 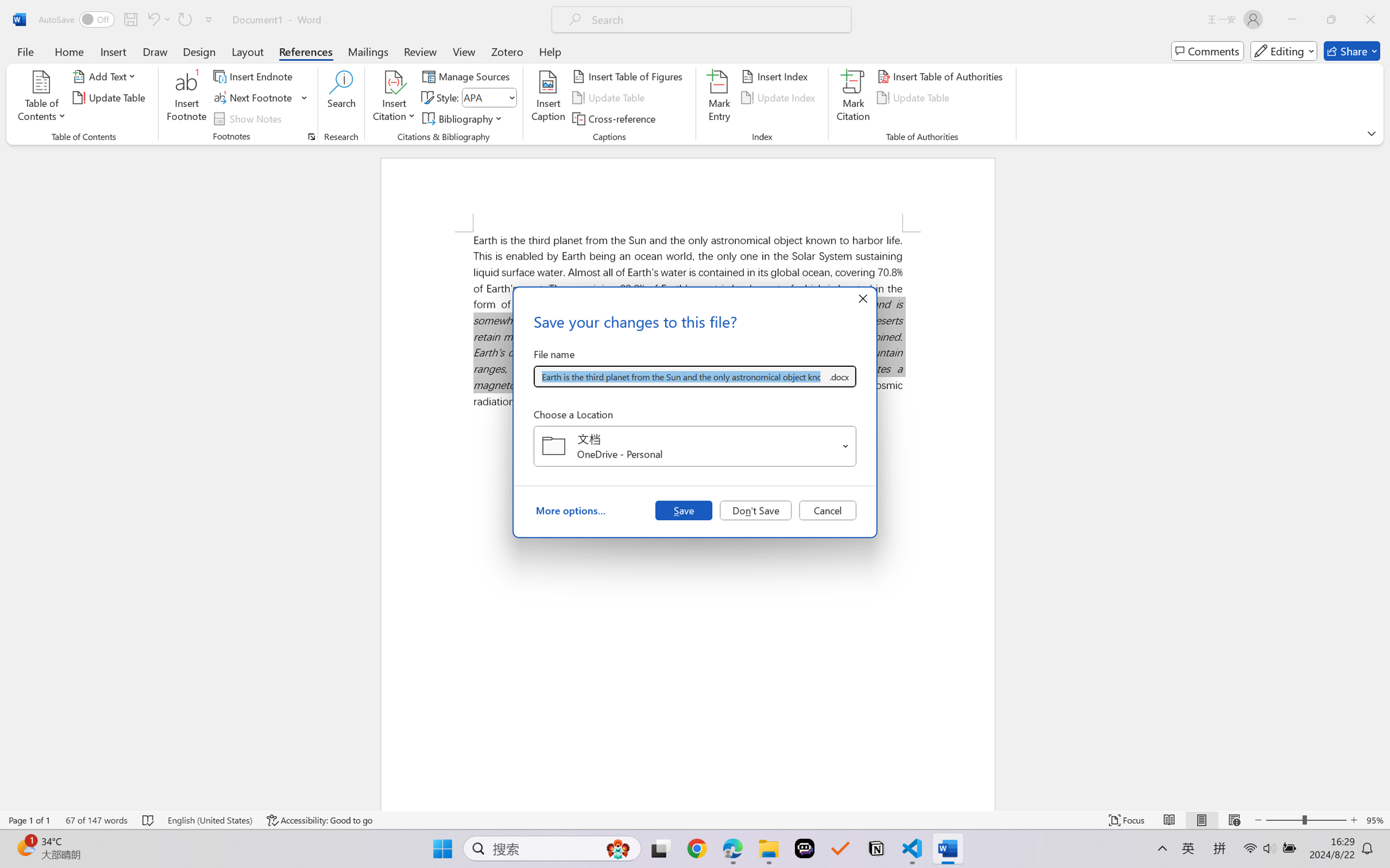 I want to click on 'Don', so click(x=755, y=509).